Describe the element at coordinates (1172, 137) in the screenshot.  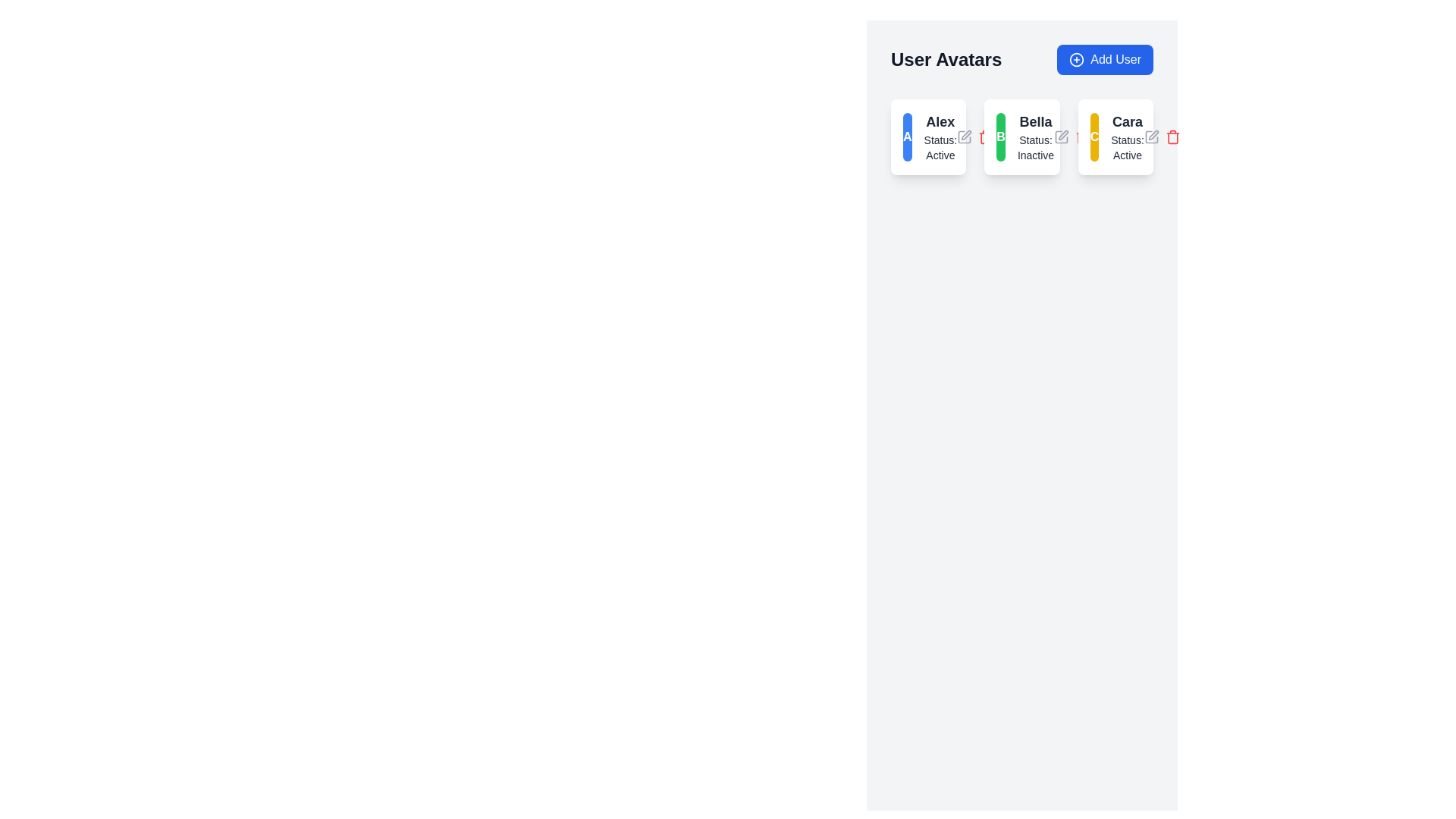
I see `the delete icon button located in the top-right corner of the card labeled 'Cara' under 'User Avatars'` at that location.